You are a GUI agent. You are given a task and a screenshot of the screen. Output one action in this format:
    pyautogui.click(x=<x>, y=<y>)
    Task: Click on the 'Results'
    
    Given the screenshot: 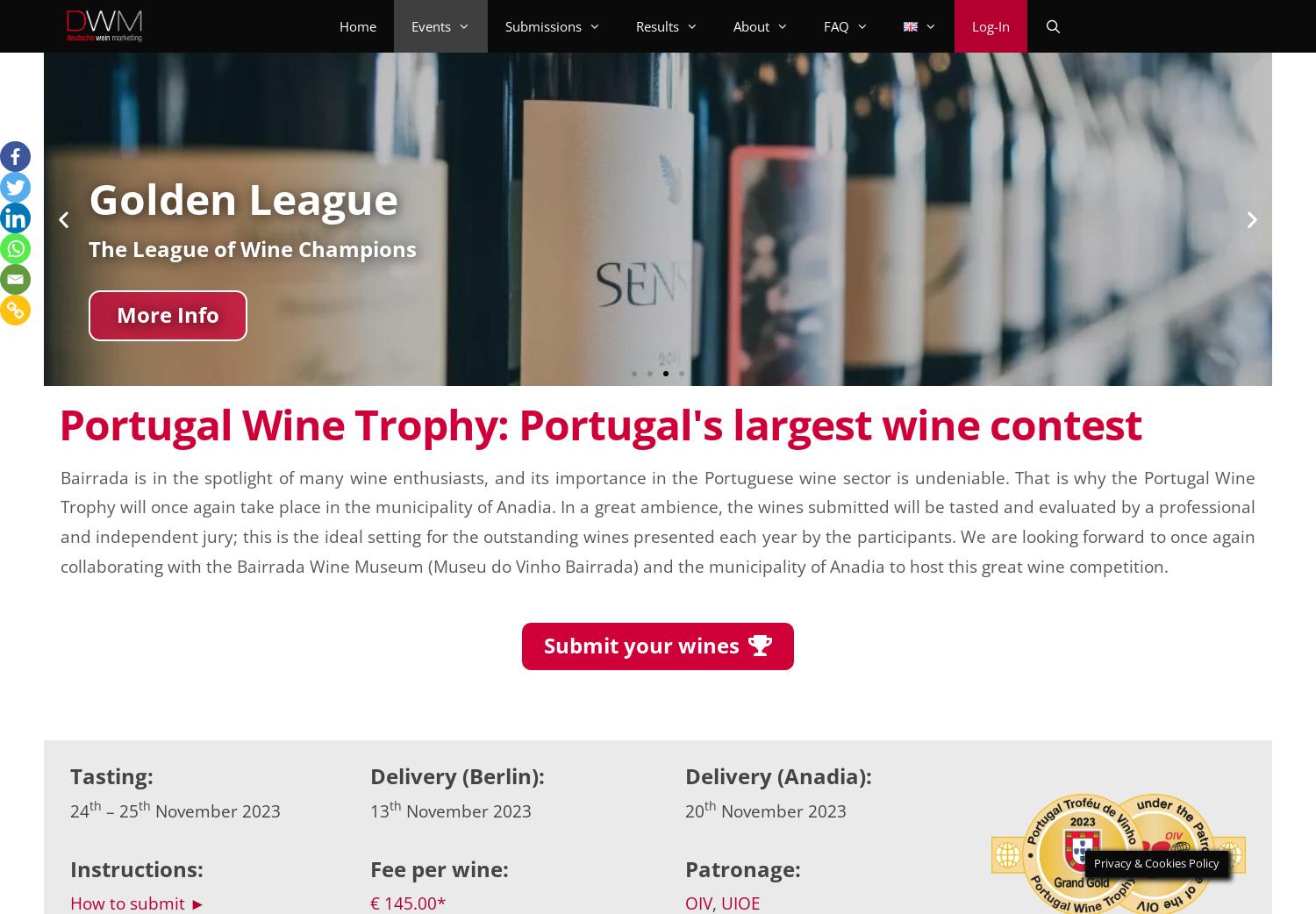 What is the action you would take?
    pyautogui.click(x=656, y=25)
    